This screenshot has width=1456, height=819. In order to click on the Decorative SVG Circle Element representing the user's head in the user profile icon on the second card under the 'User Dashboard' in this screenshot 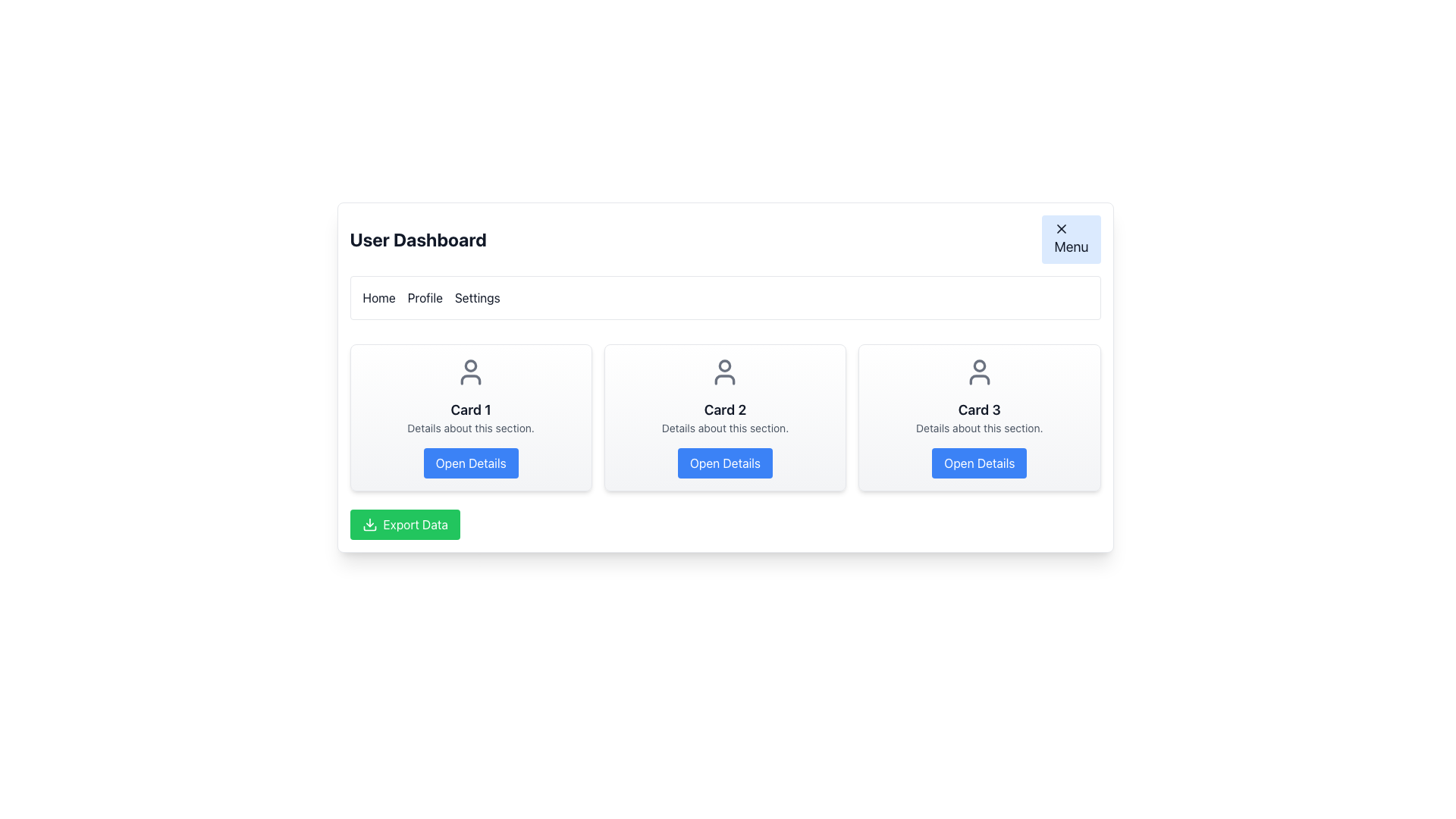, I will do `click(724, 366)`.